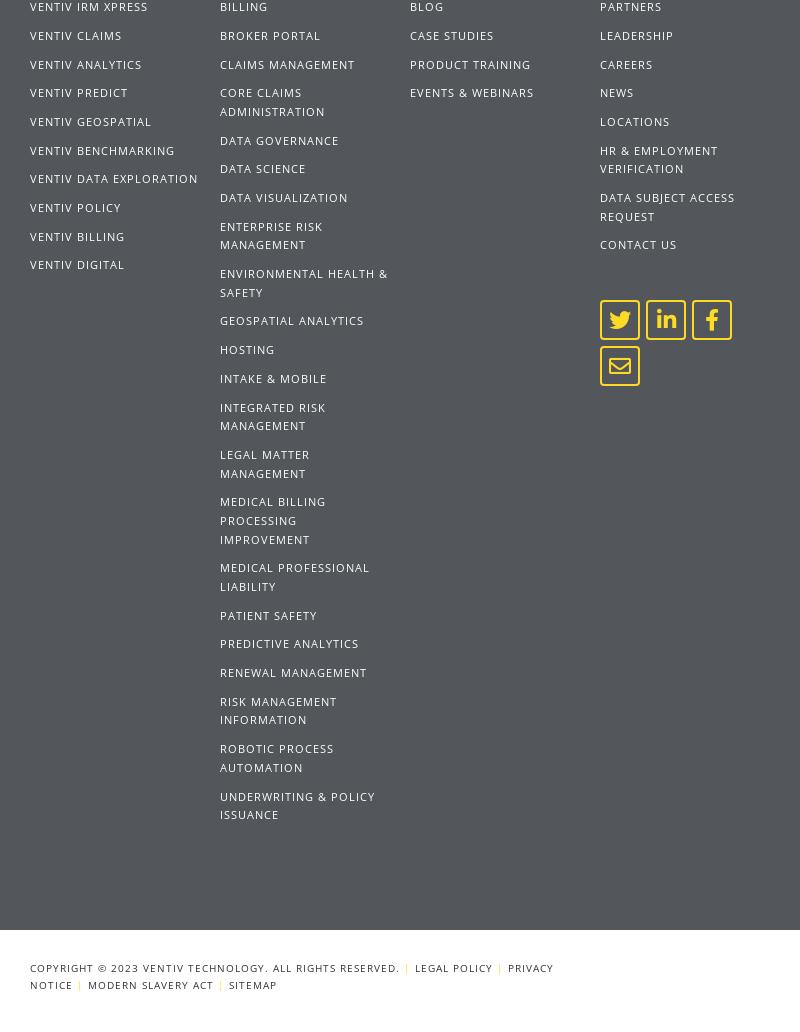  What do you see at coordinates (76, 34) in the screenshot?
I see `'Ventiv Claims'` at bounding box center [76, 34].